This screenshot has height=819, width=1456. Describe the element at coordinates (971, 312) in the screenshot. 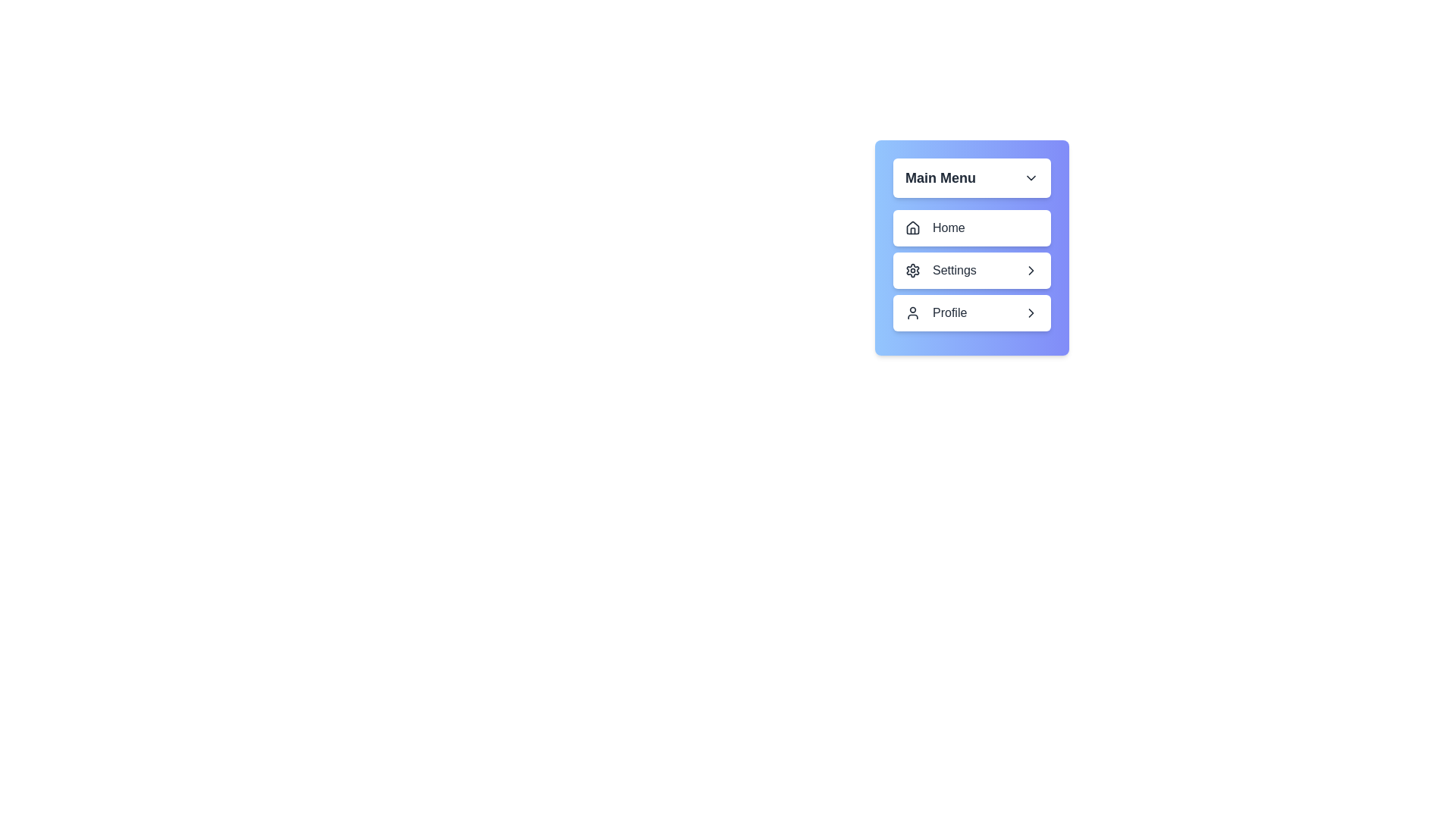

I see `the submenu option Account under the menu item Profile` at that location.